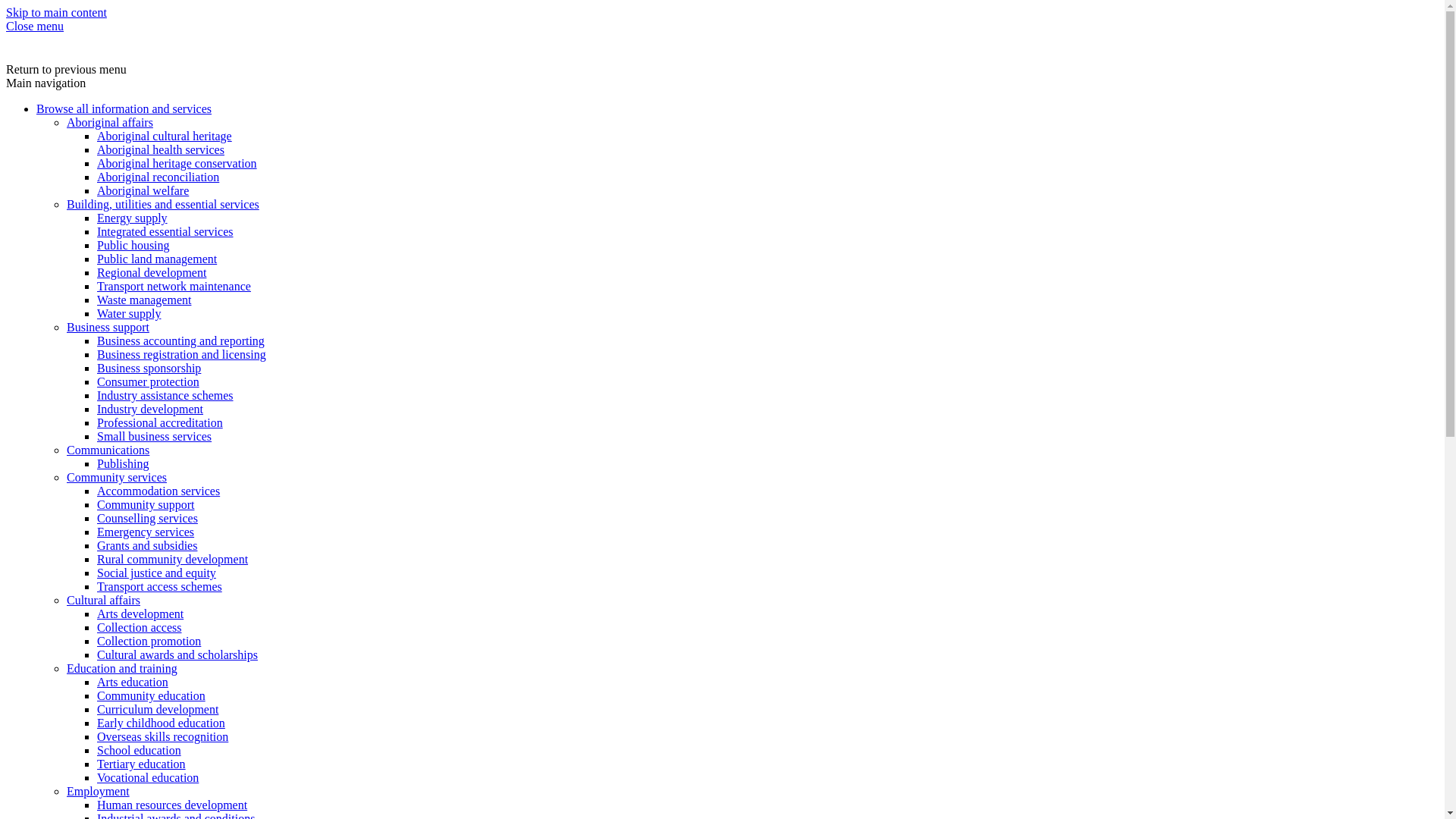  What do you see at coordinates (181, 354) in the screenshot?
I see `'Business registration and licensing'` at bounding box center [181, 354].